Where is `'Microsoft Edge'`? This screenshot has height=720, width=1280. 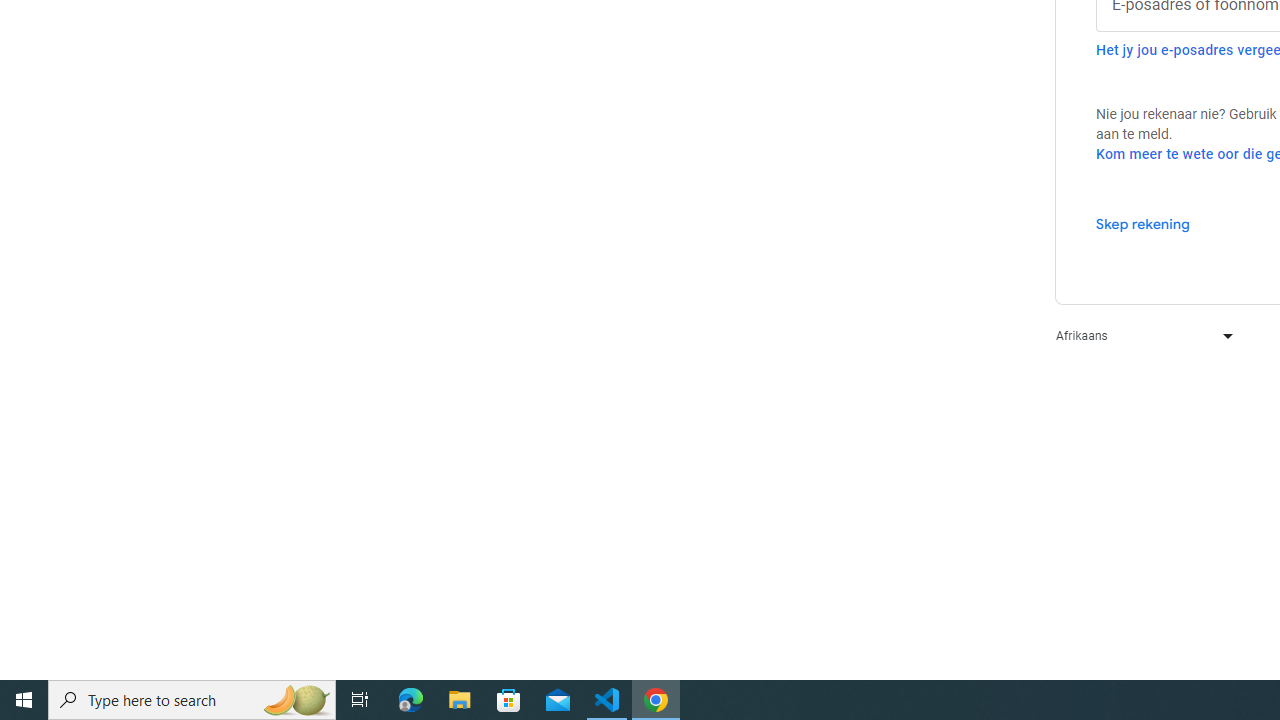 'Microsoft Edge' is located at coordinates (410, 698).